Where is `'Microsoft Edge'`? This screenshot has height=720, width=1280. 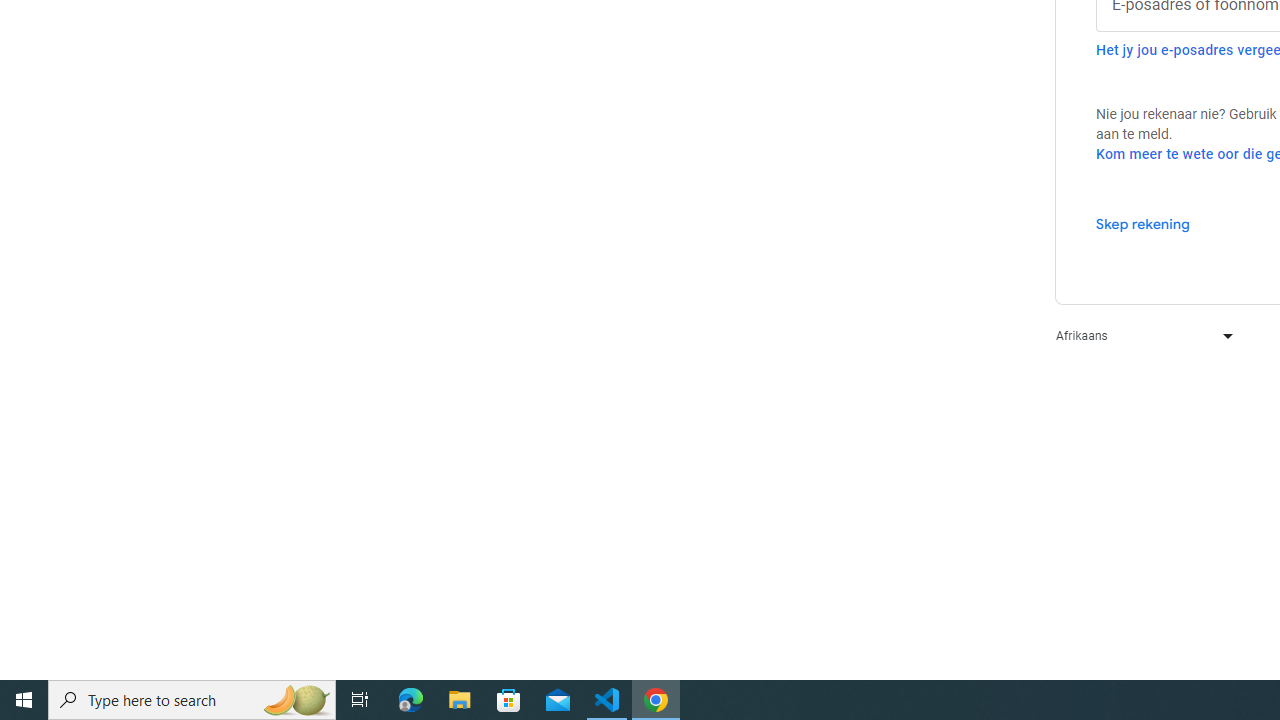 'Microsoft Edge' is located at coordinates (410, 698).